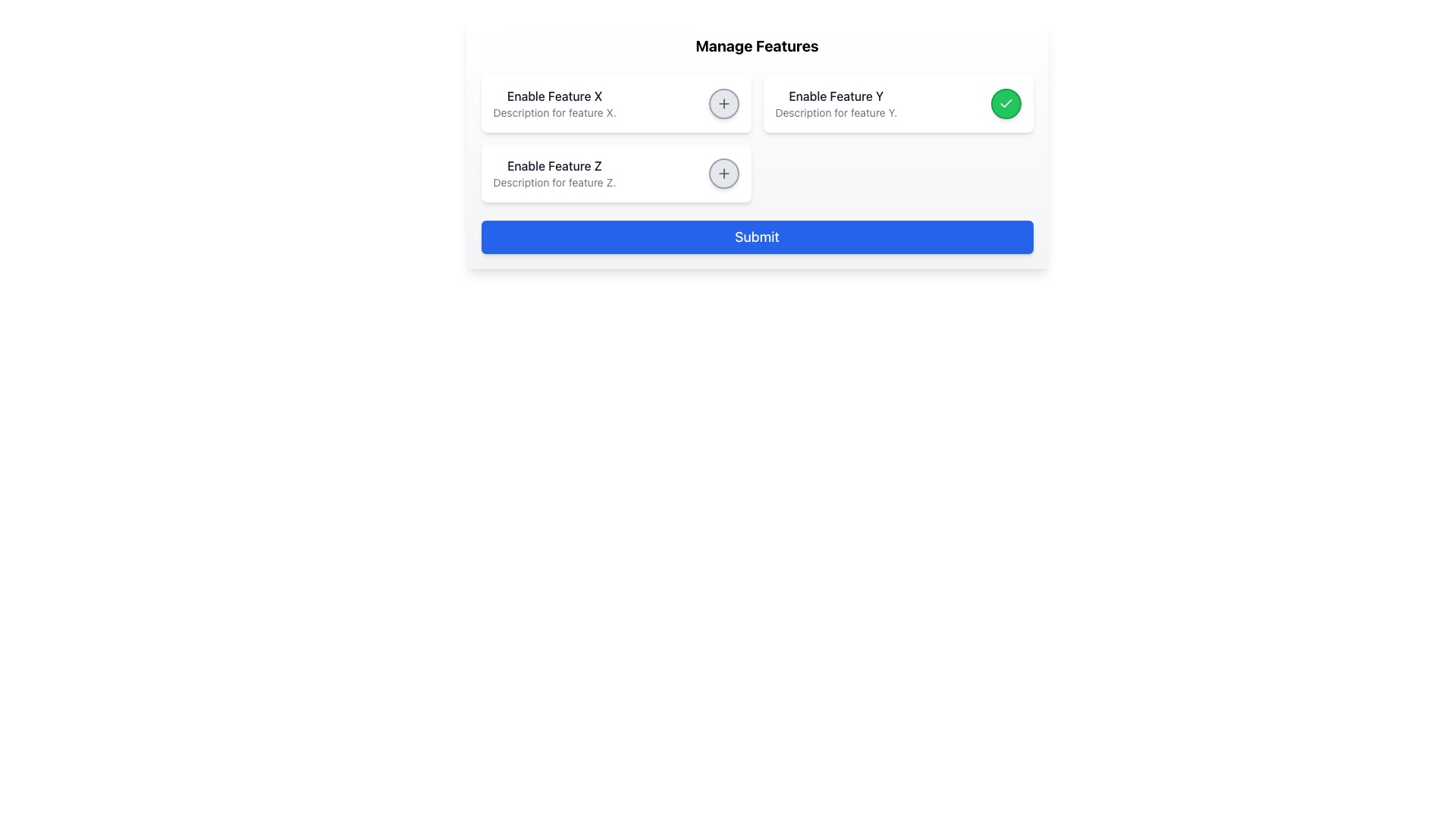 The height and width of the screenshot is (819, 1456). Describe the element at coordinates (554, 172) in the screenshot. I see `the Text Block element that reads 'Enable Feature Z' with a subtitle 'Description for feature Z.' located under 'Manage Features.'` at that location.